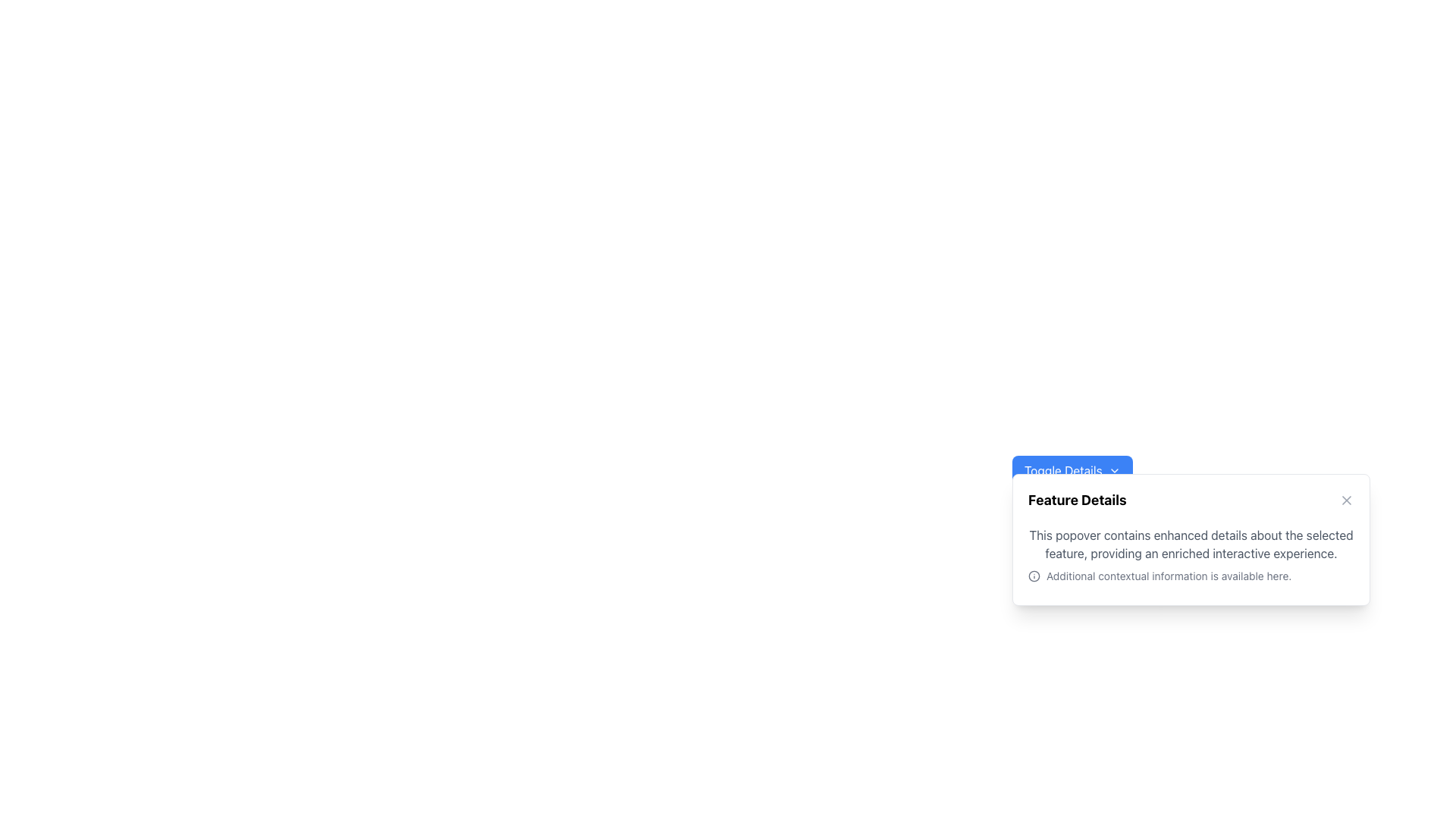  Describe the element at coordinates (1033, 576) in the screenshot. I see `the hollow circle in the SVG graphic, styled with a stroke width of 2px, located near the 'Feature Details' popover and positioned within the bottom-right pop-over structure` at that location.